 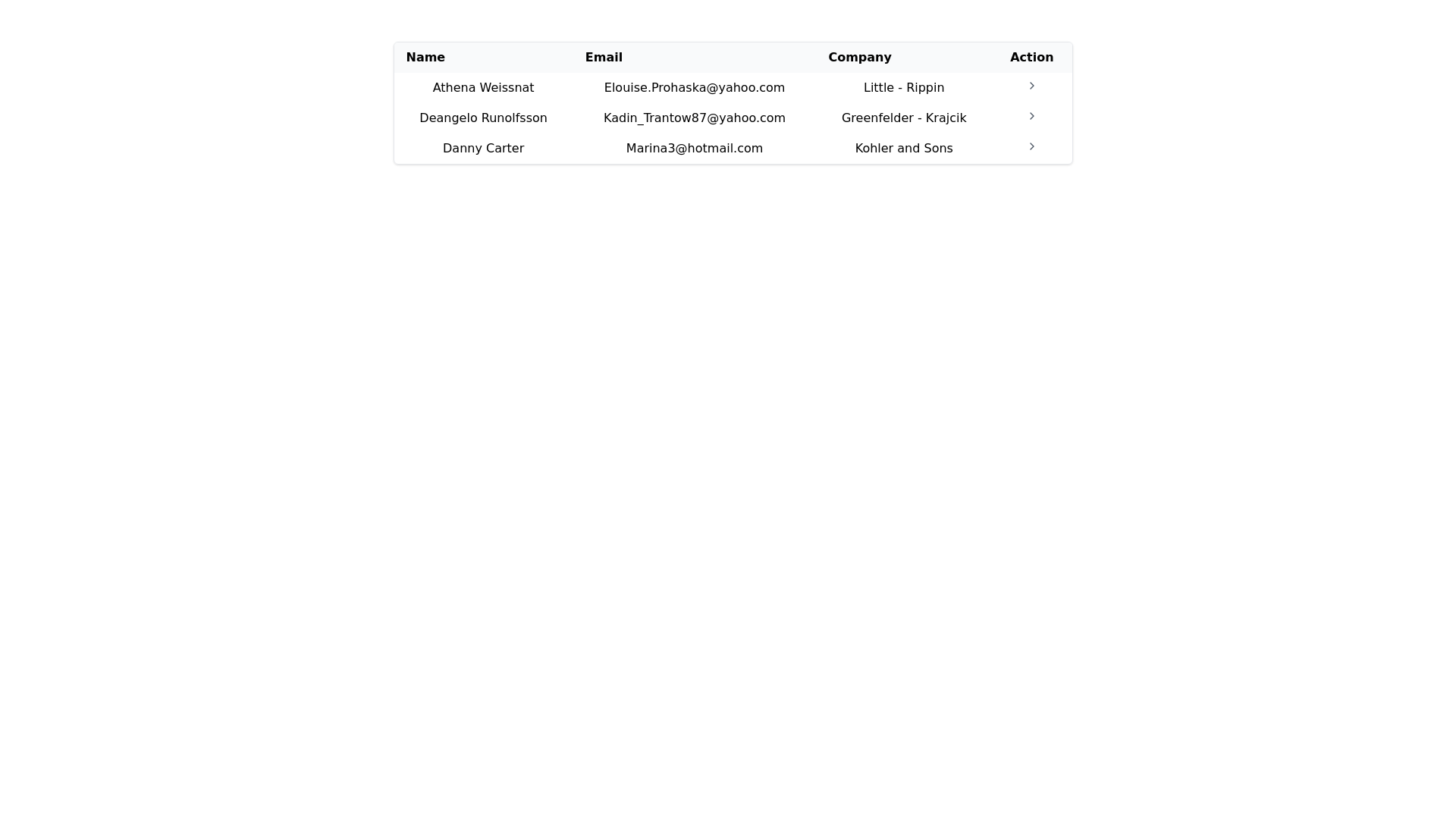 I want to click on the table cell containing the text 'Athena Weissnat' to interact with the row, so click(x=482, y=87).